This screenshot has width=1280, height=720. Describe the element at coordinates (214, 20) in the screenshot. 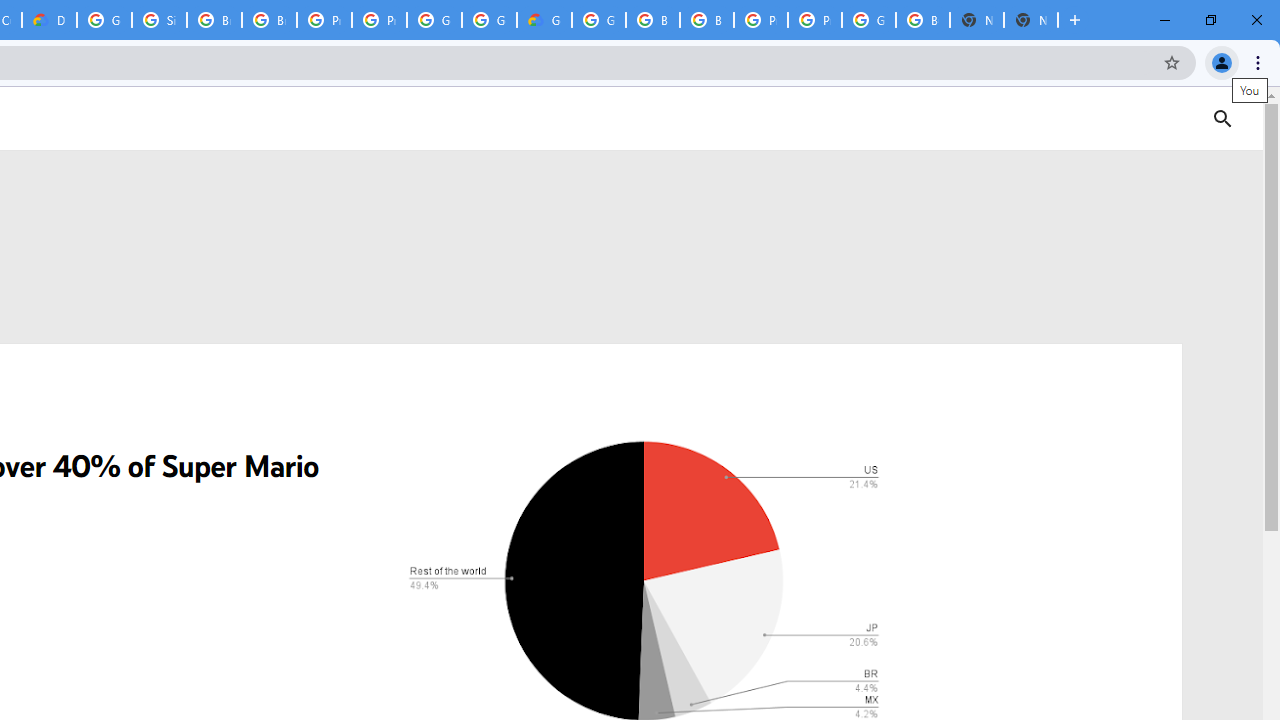

I see `'Browse Chrome as a guest - Computer - Google Chrome Help'` at that location.